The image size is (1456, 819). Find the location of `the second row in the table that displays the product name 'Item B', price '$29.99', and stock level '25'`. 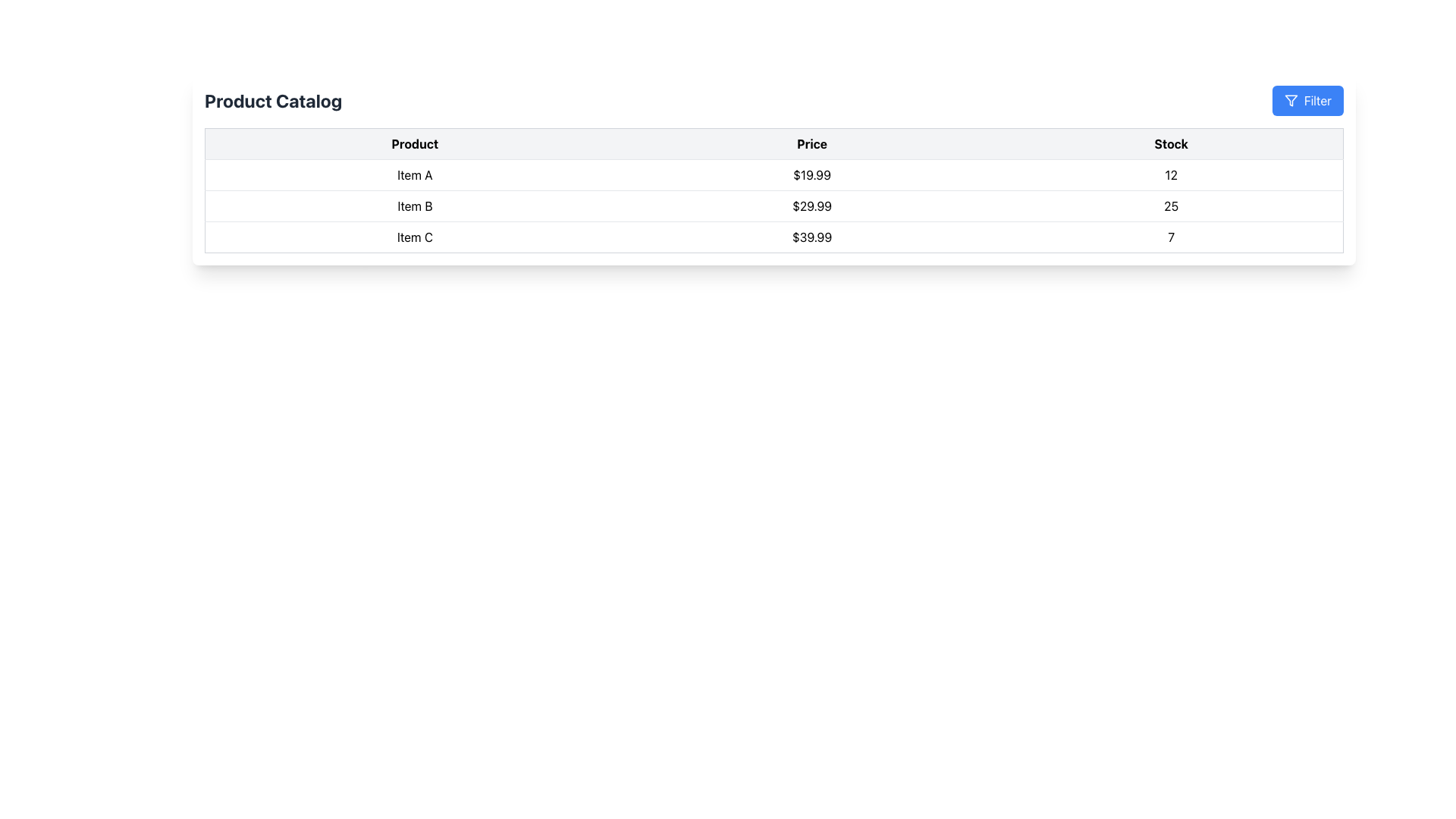

the second row in the table that displays the product name 'Item B', price '$29.99', and stock level '25' is located at coordinates (774, 206).